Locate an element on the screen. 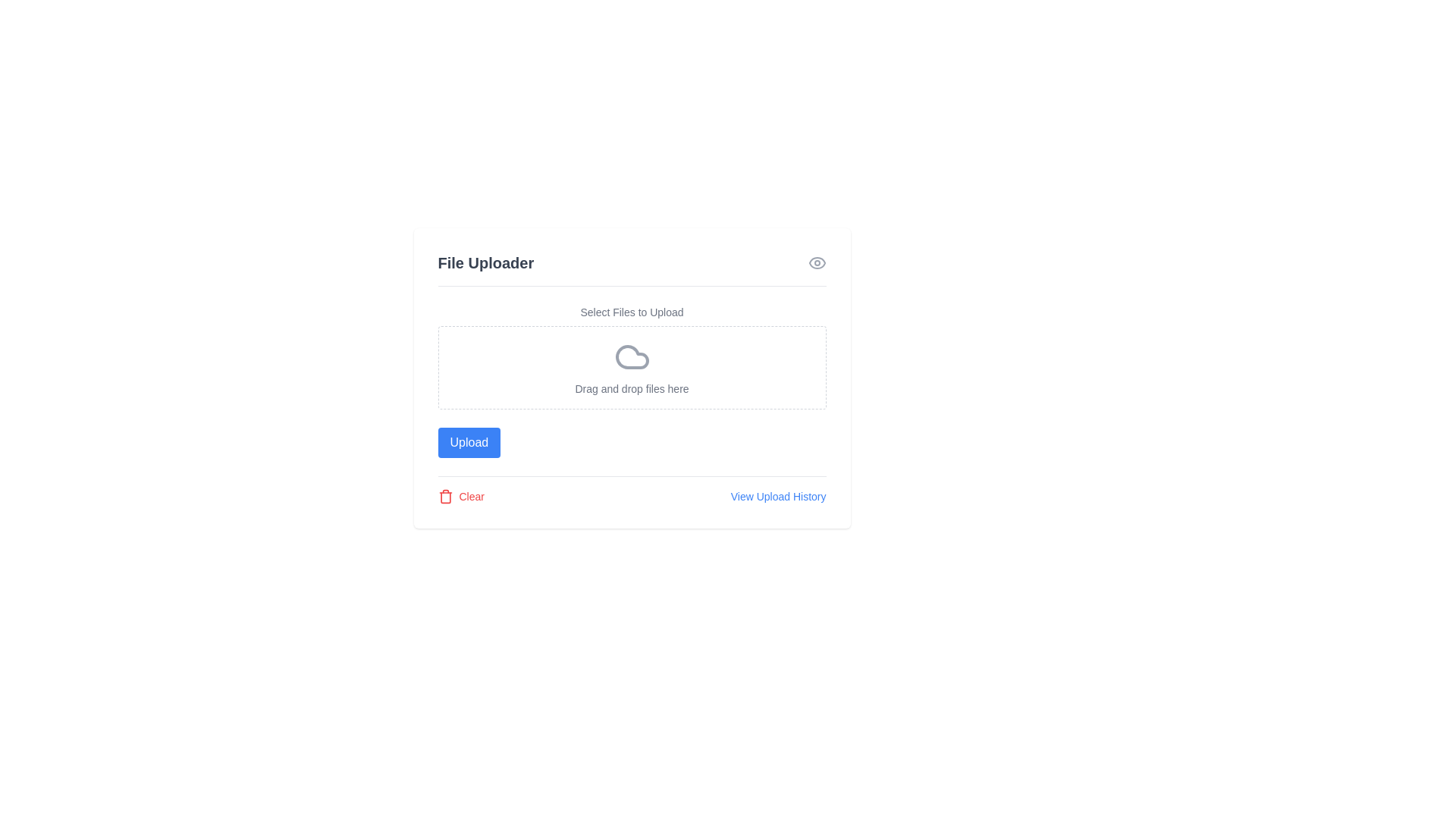  the 'Clear' button located towards the bottom left corner of the upload functionalities box is located at coordinates (460, 497).